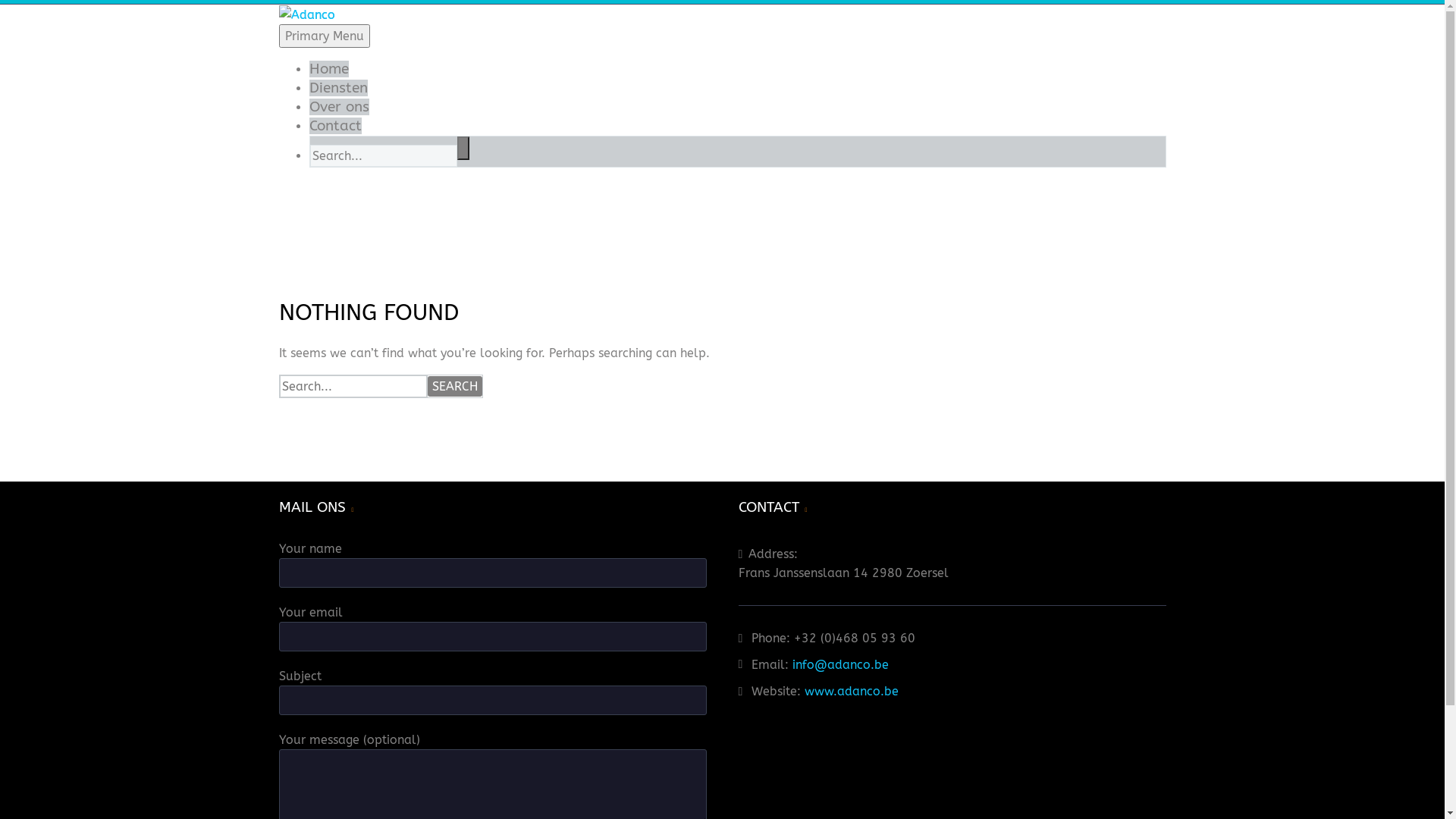  Describe the element at coordinates (334, 124) in the screenshot. I see `'Contact'` at that location.